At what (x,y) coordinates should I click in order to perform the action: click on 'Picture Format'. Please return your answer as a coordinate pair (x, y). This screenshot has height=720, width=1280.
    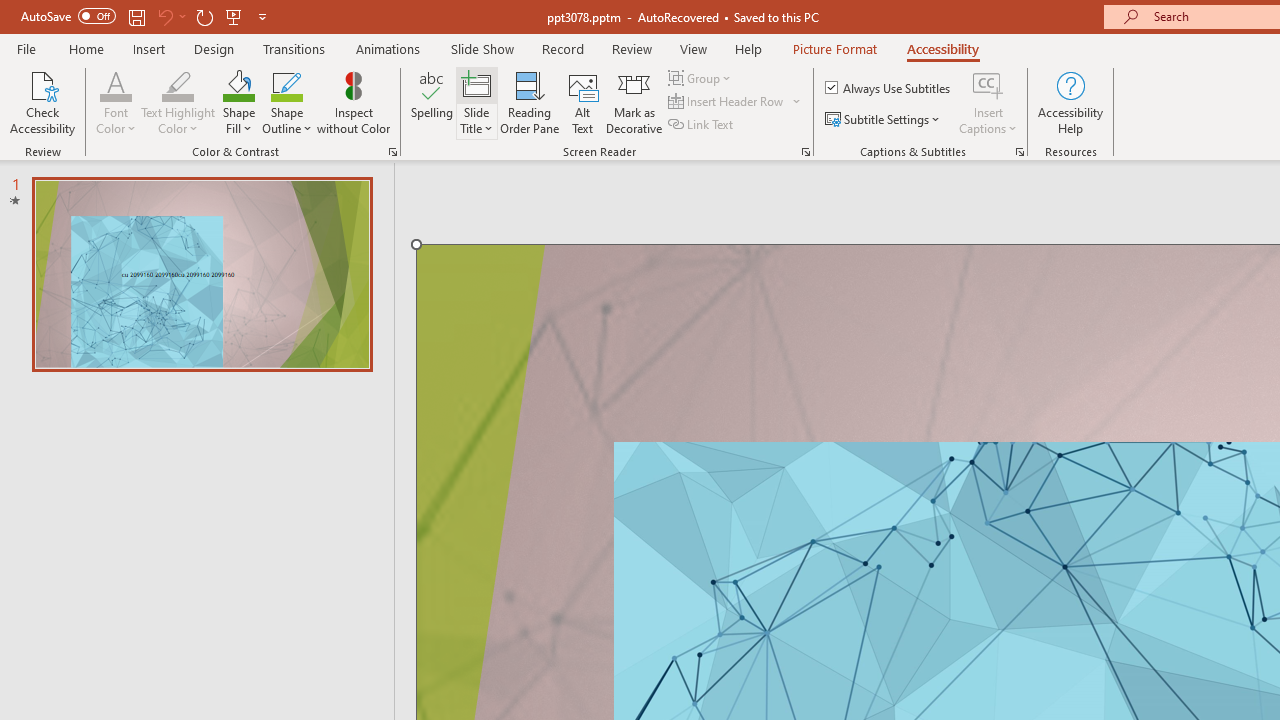
    Looking at the image, I should click on (835, 48).